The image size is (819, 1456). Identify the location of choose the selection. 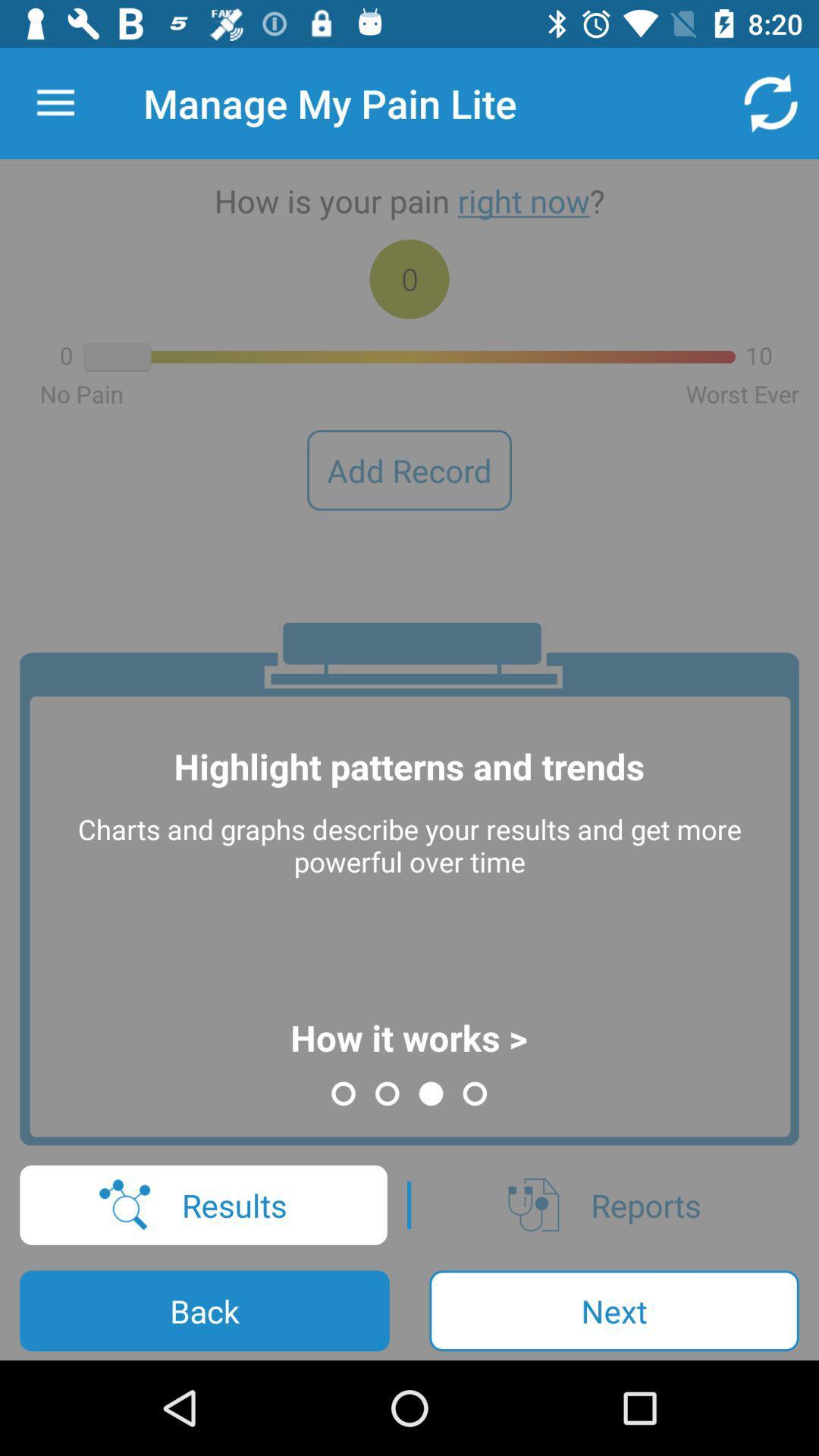
(55, 102).